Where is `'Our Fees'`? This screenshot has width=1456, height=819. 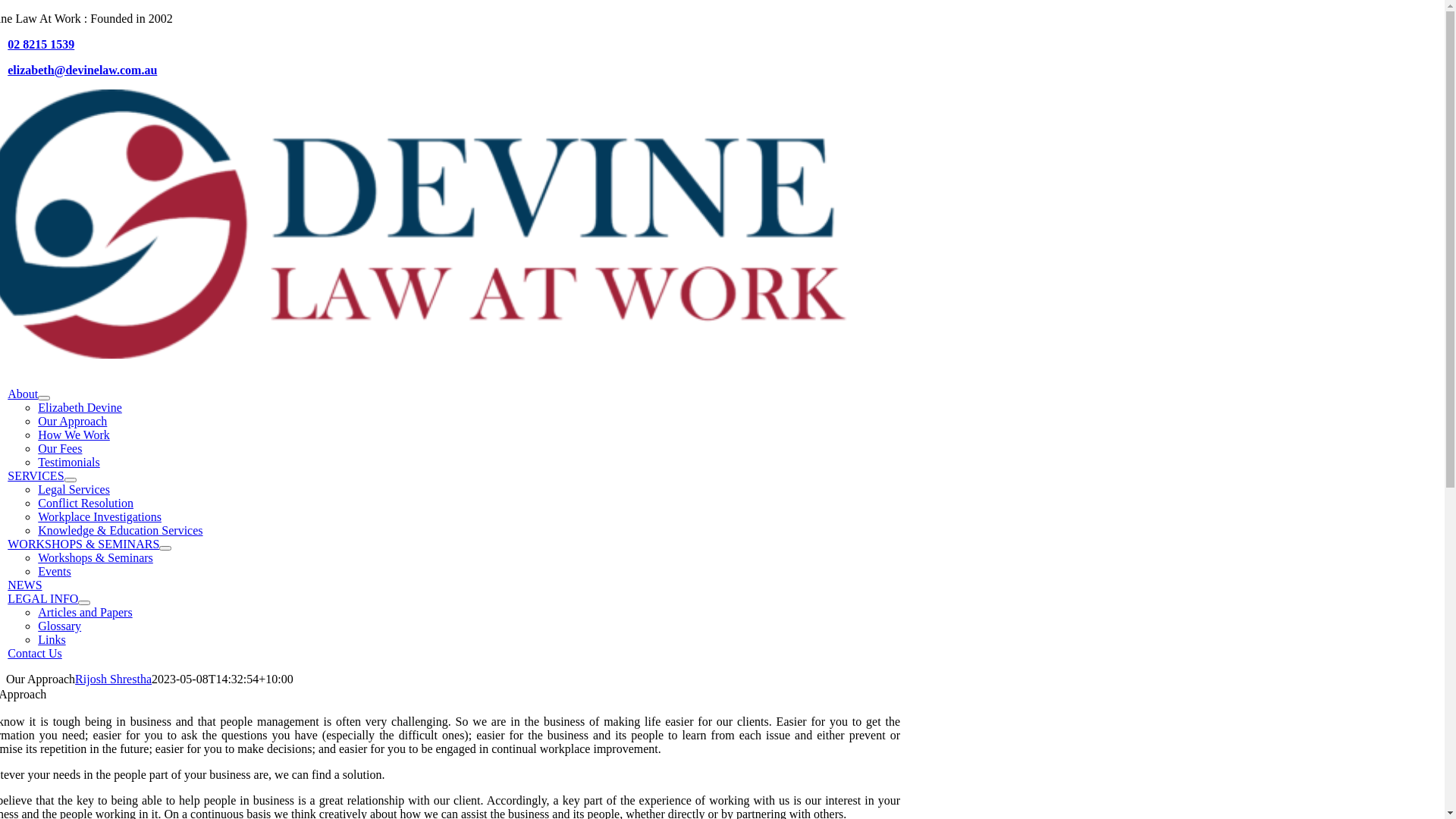 'Our Fees' is located at coordinates (59, 447).